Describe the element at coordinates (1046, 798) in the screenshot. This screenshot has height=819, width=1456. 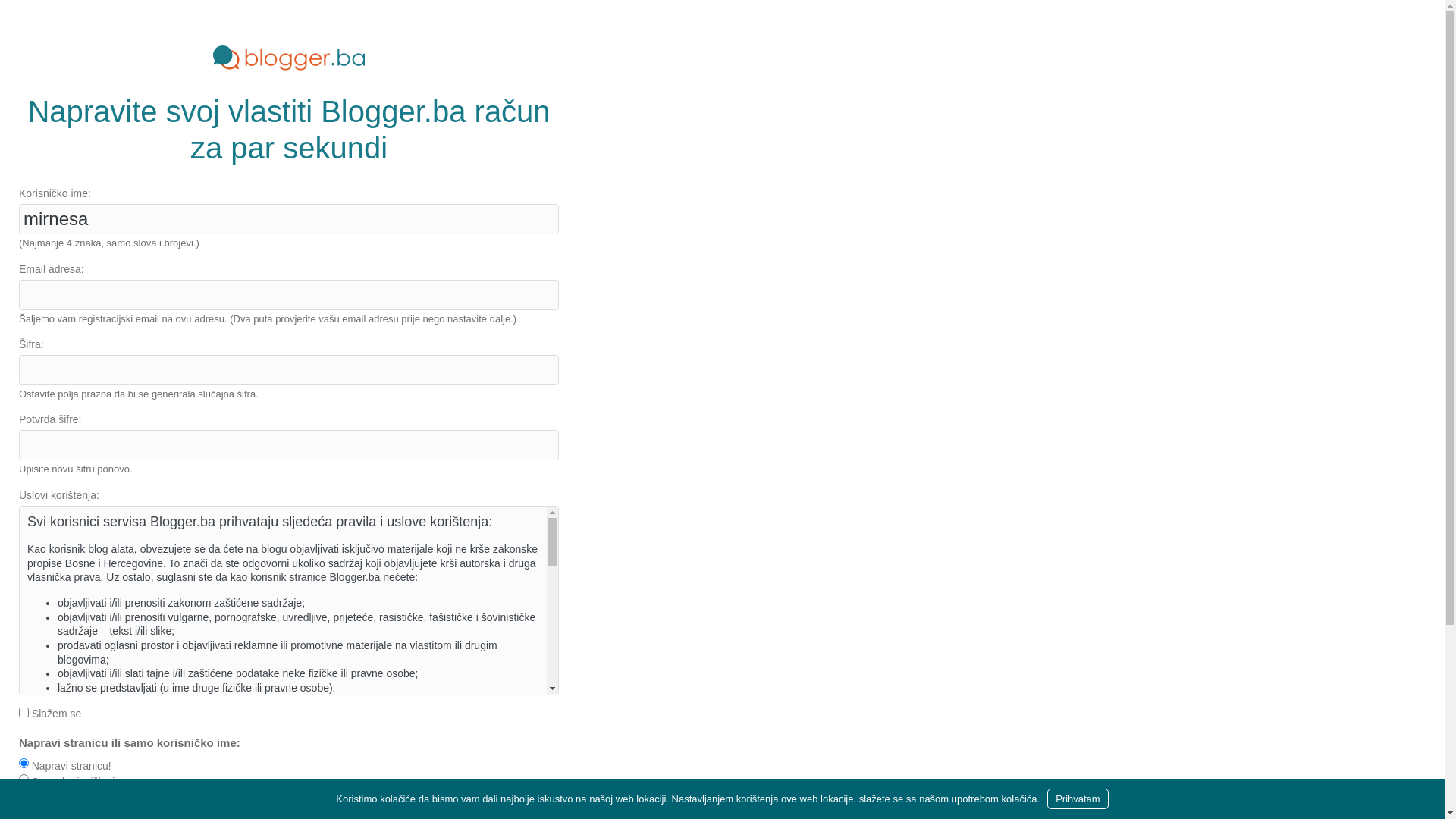
I see `'Prihvatam'` at that location.